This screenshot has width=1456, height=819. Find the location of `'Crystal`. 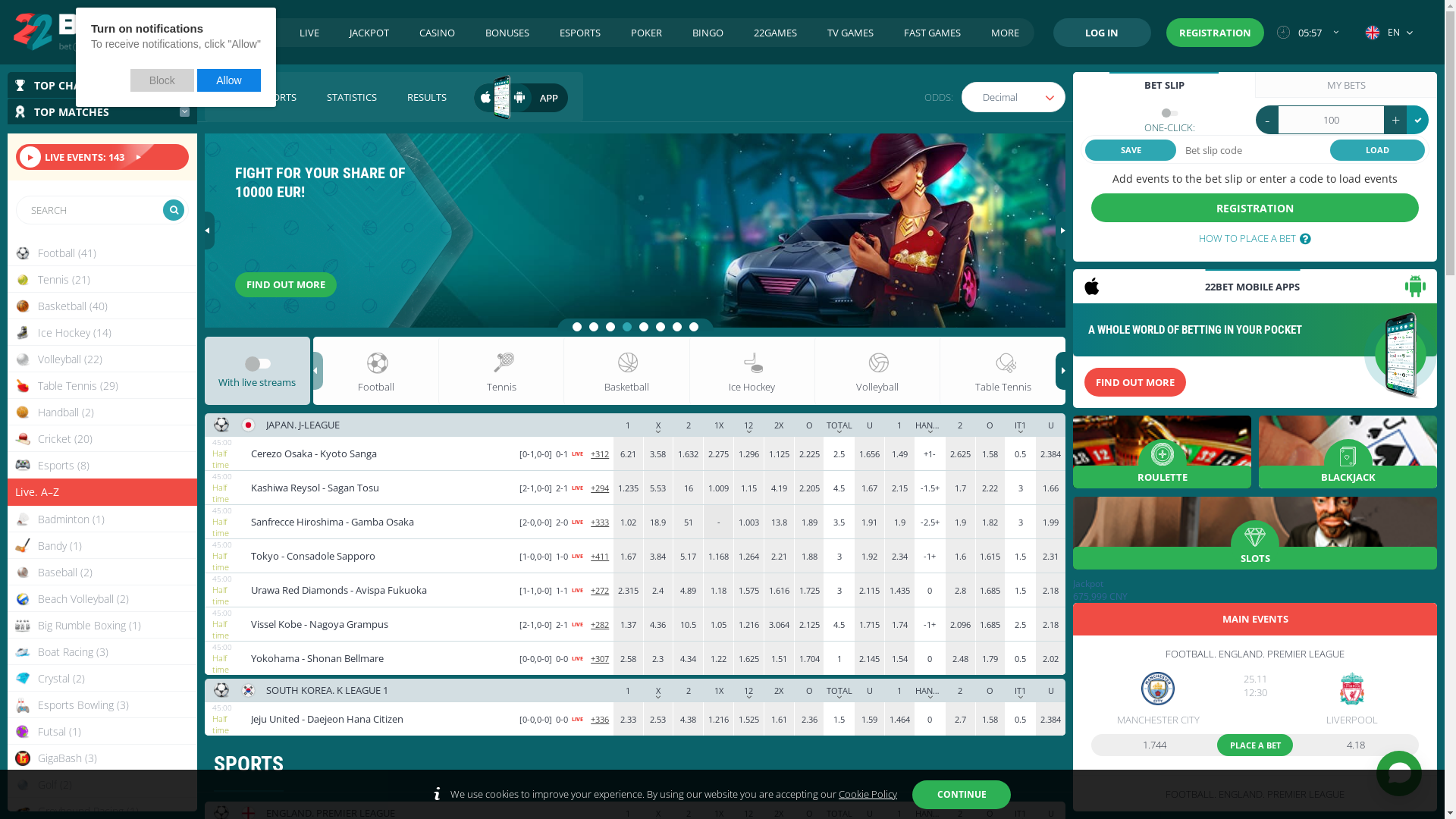

'Crystal is located at coordinates (7, 677).